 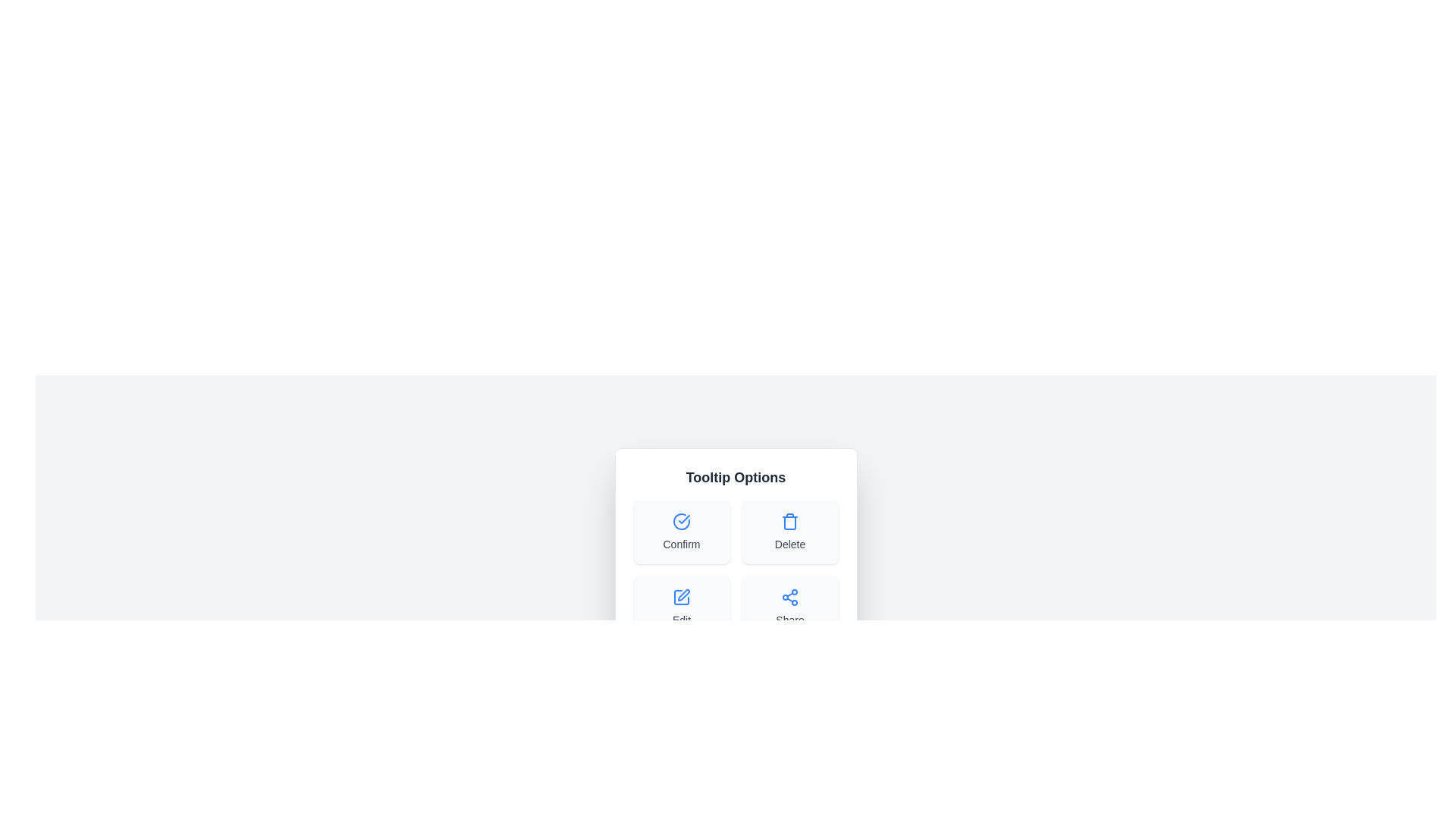 What do you see at coordinates (789, 607) in the screenshot?
I see `the 'Share' button located at the bottom-right of the grid, styled with a blue share icon and gray label` at bounding box center [789, 607].